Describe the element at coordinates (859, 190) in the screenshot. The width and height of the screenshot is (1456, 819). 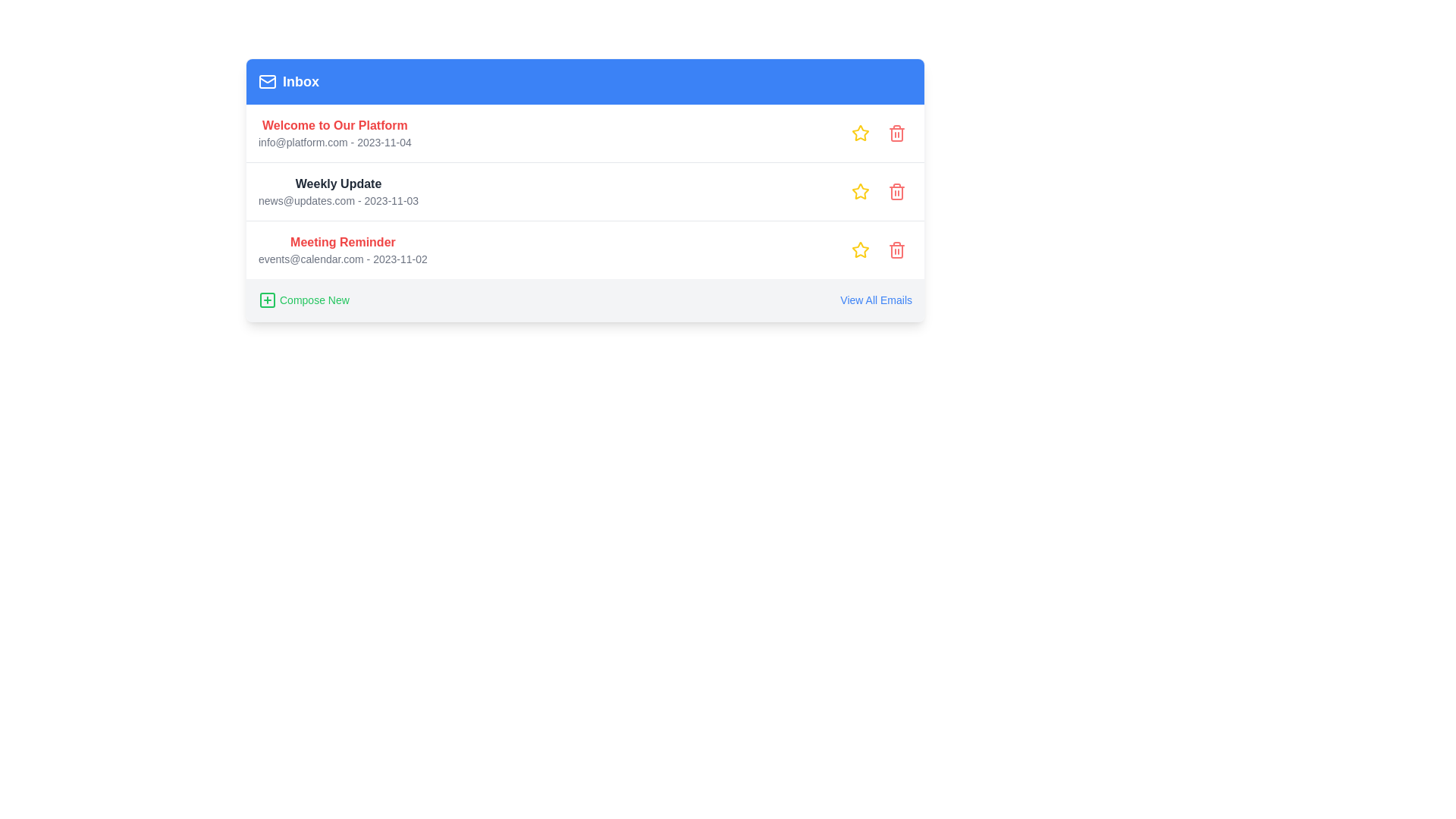
I see `the second star icon in the email list, located to the right of 'Weekly Update' and above the star icon for 'Meeting Reminder'` at that location.